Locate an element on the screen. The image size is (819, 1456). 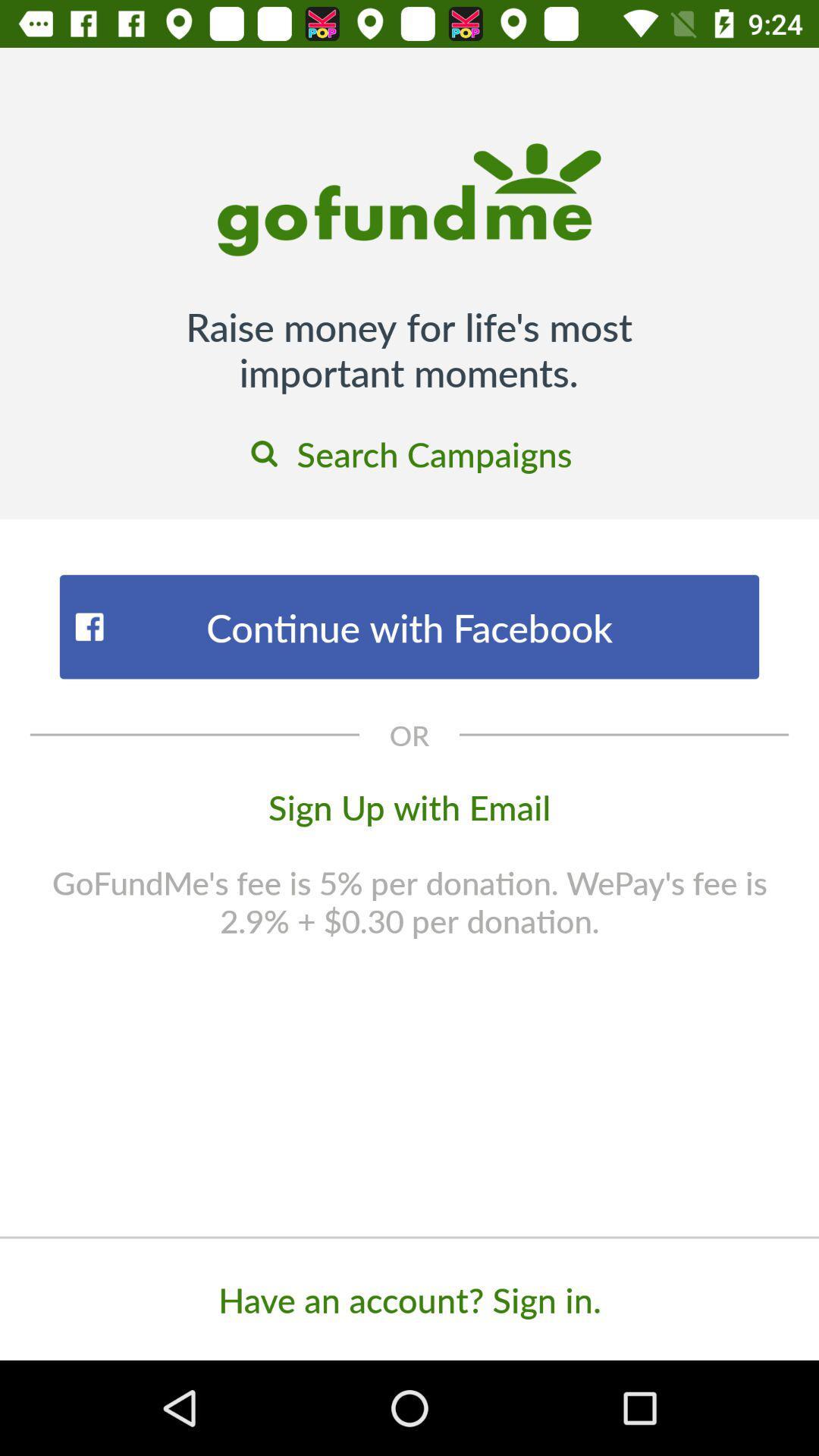
the icon above the gofundme s fee is located at coordinates (409, 805).